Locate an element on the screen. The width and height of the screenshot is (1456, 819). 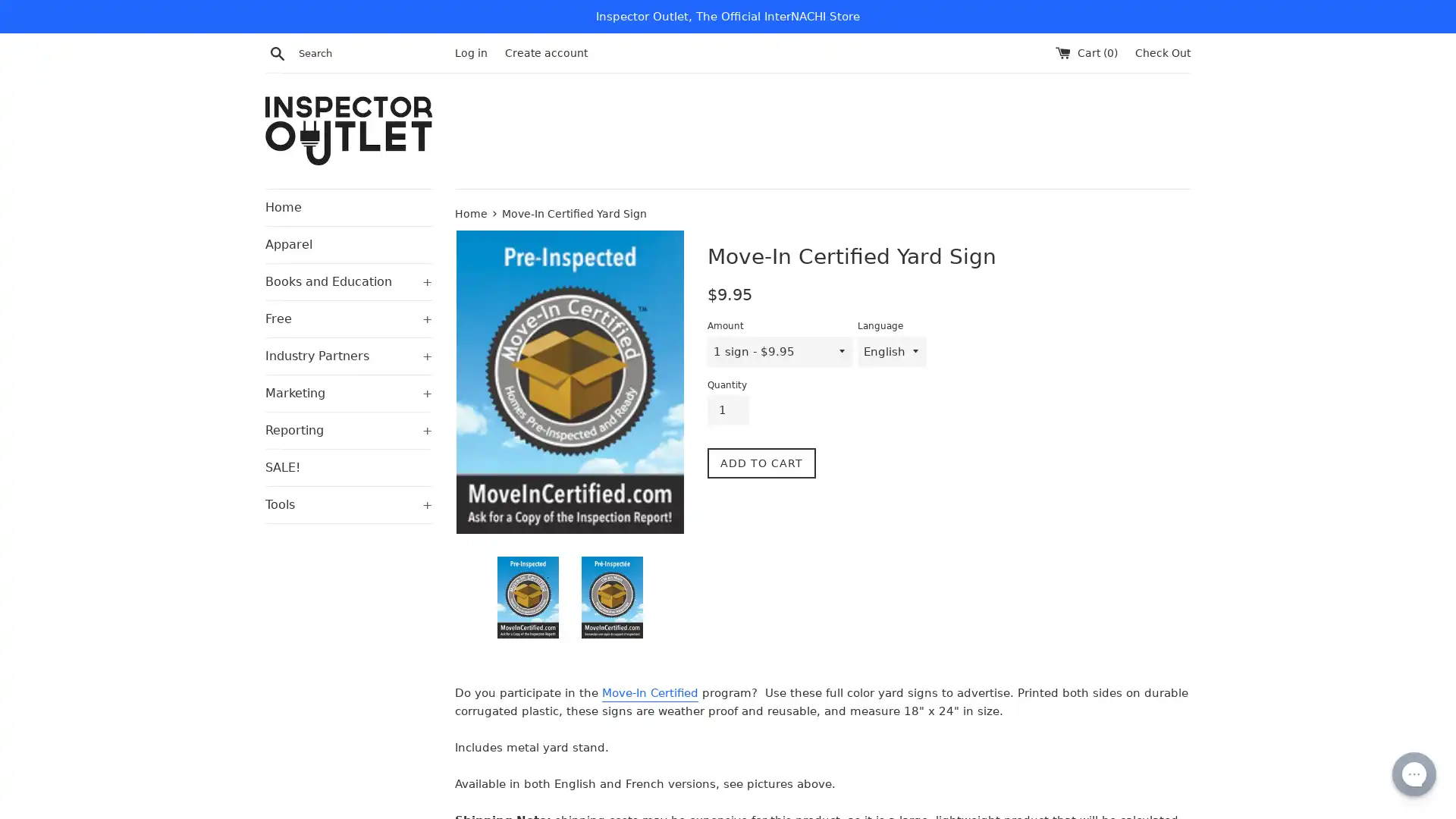
Books and Education + is located at coordinates (348, 281).